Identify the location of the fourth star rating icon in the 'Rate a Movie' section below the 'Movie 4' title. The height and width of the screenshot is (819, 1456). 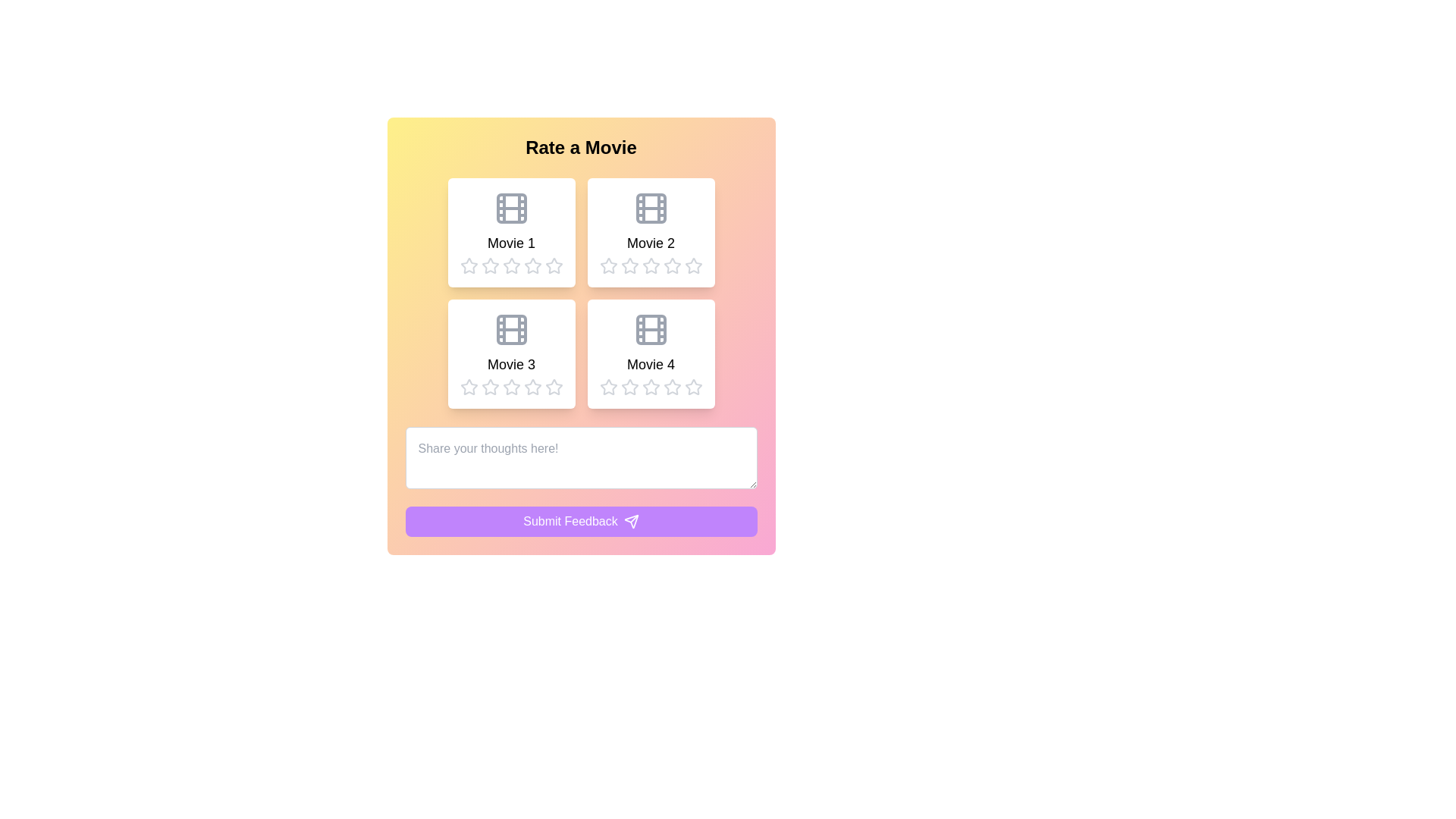
(651, 386).